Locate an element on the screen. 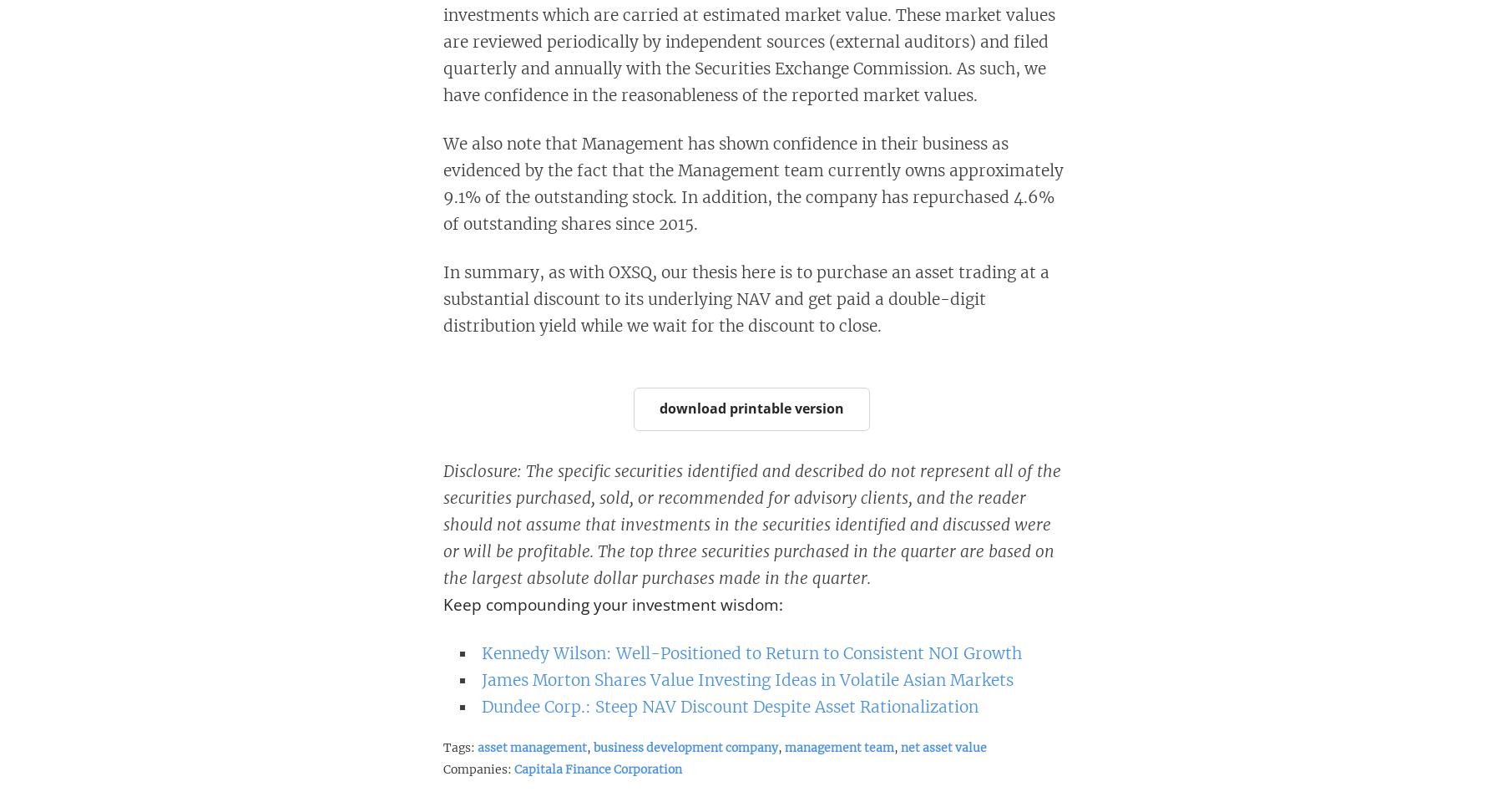  'Capitala Finance Corporation' is located at coordinates (596, 768).